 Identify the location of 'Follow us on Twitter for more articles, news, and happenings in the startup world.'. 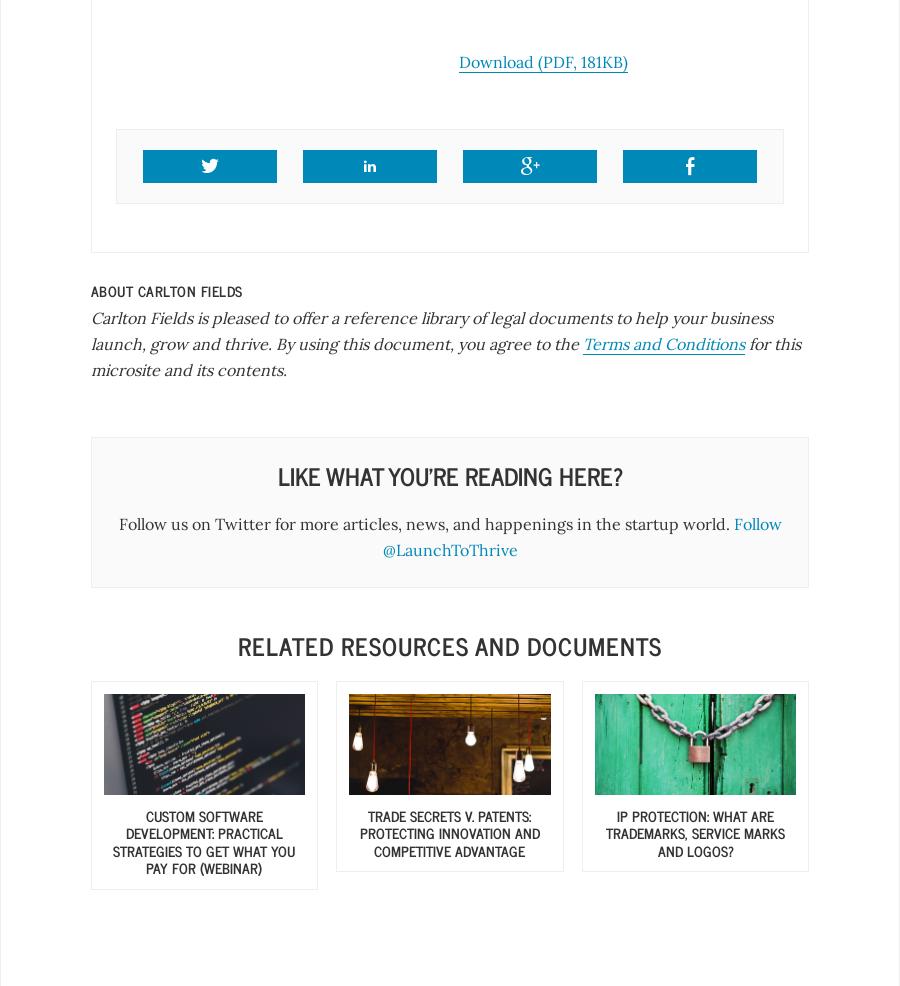
(425, 522).